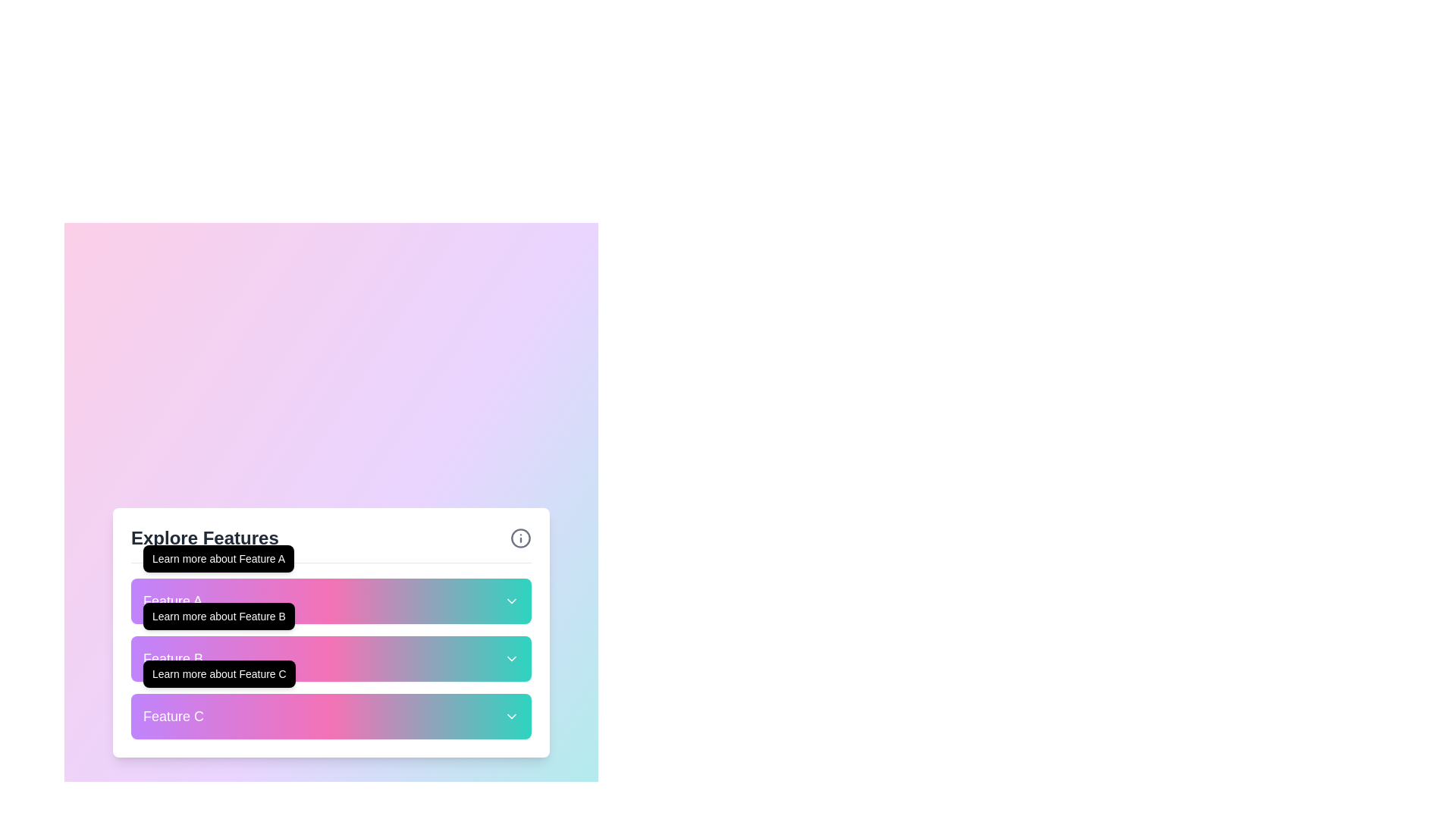  What do you see at coordinates (512, 716) in the screenshot?
I see `the white chevron down icon, located at the far right end of the 'Feature C' button, to receive additional interface feedback` at bounding box center [512, 716].